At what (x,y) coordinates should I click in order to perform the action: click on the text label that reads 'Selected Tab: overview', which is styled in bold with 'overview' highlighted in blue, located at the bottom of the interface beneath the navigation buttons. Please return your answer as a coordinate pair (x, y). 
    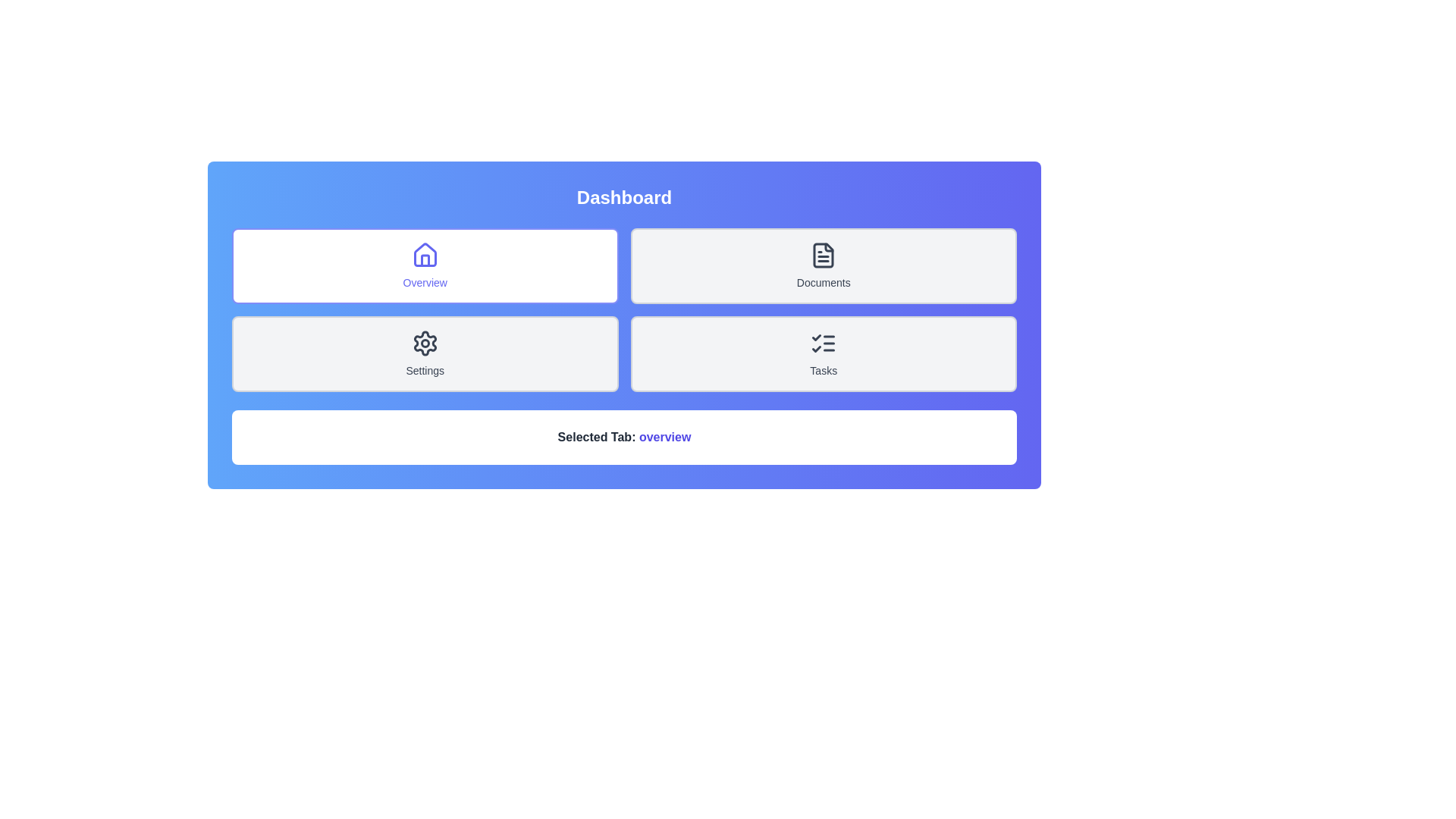
    Looking at the image, I should click on (624, 438).